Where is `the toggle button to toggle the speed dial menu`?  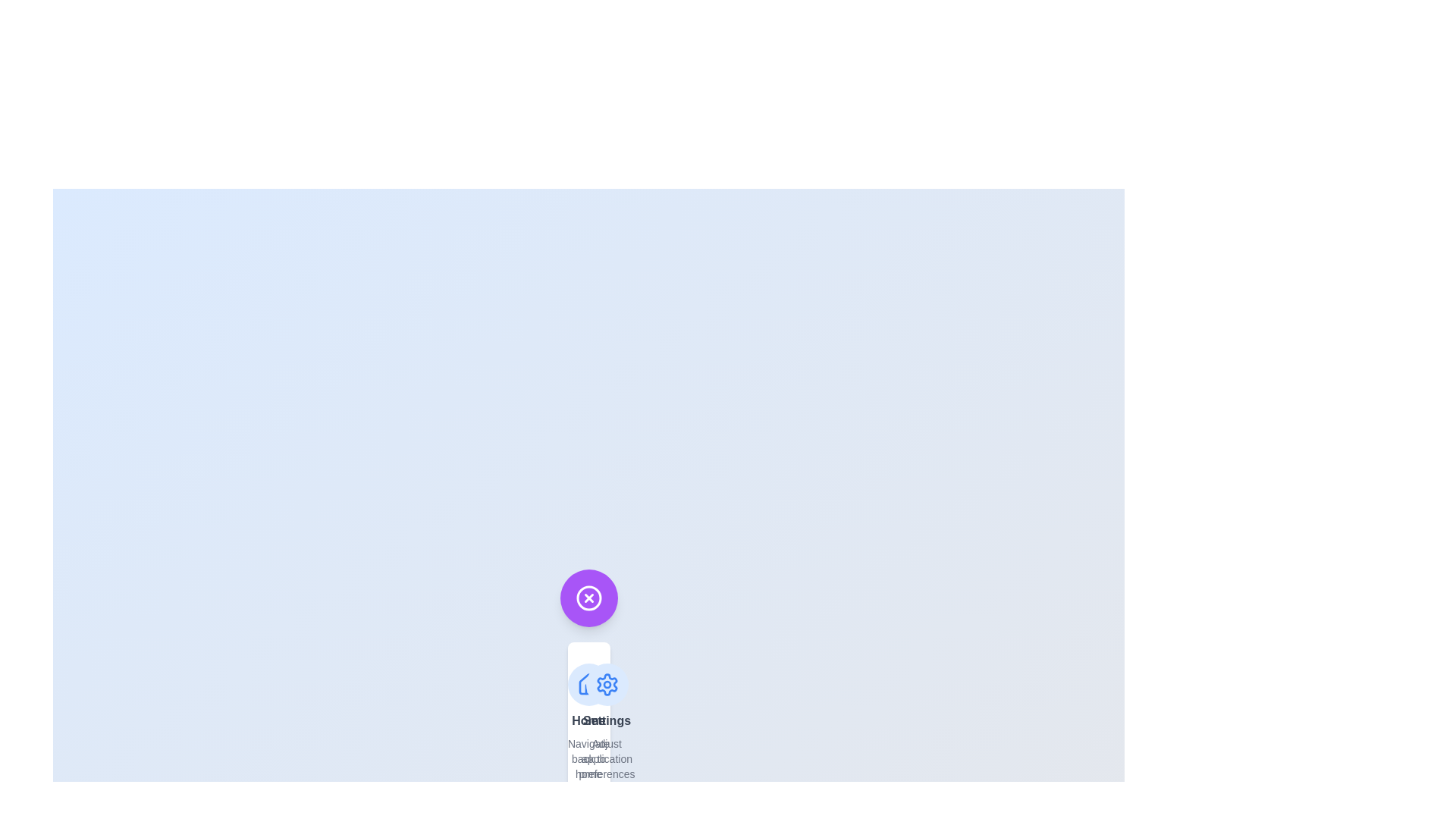 the toggle button to toggle the speed dial menu is located at coordinates (588, 598).